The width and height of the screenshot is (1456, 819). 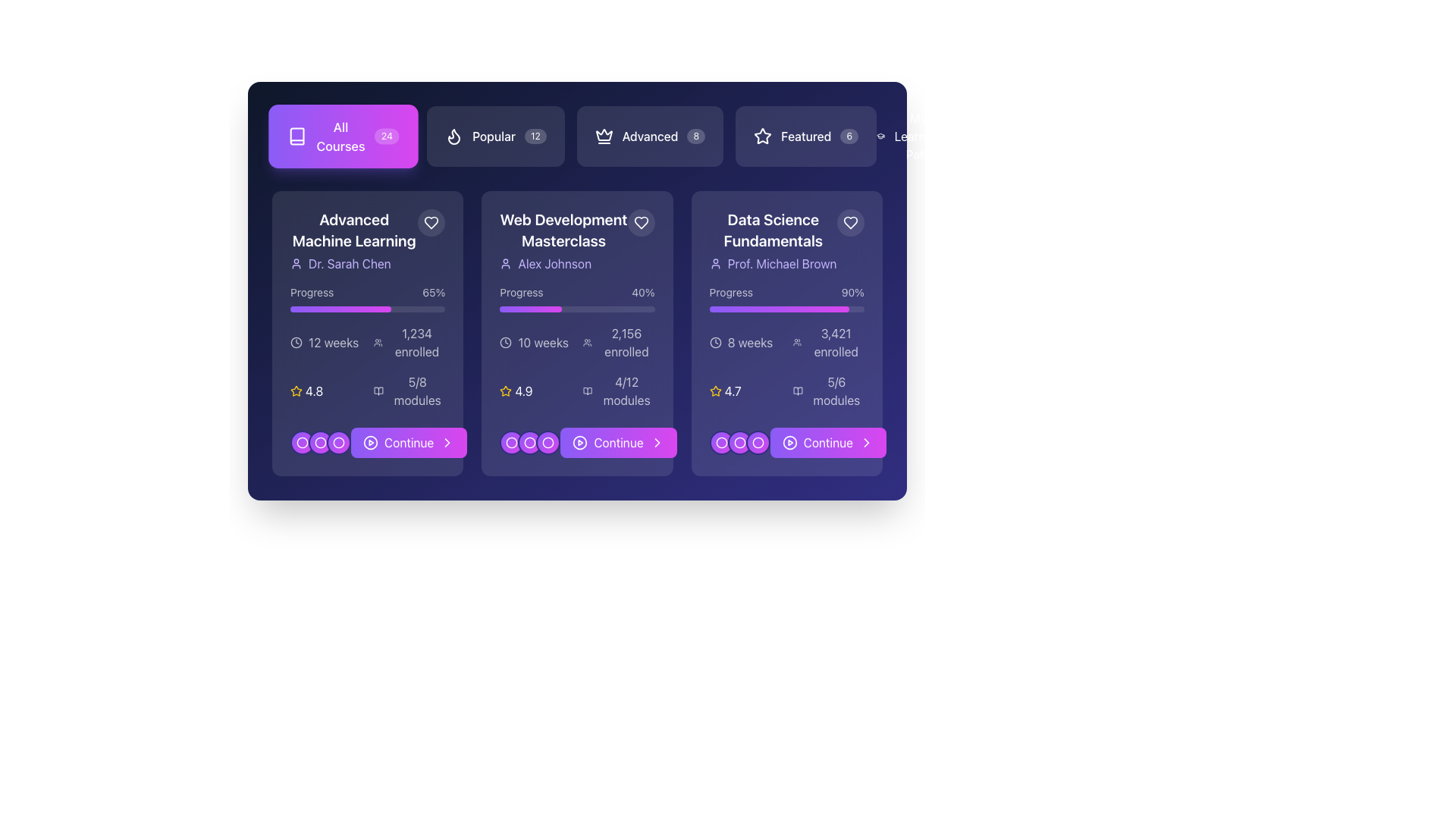 What do you see at coordinates (587, 342) in the screenshot?
I see `the enrollment icon representing participation in the 'Web Development Masterclass' course, which is located near the text '2,156 enrolled'` at bounding box center [587, 342].